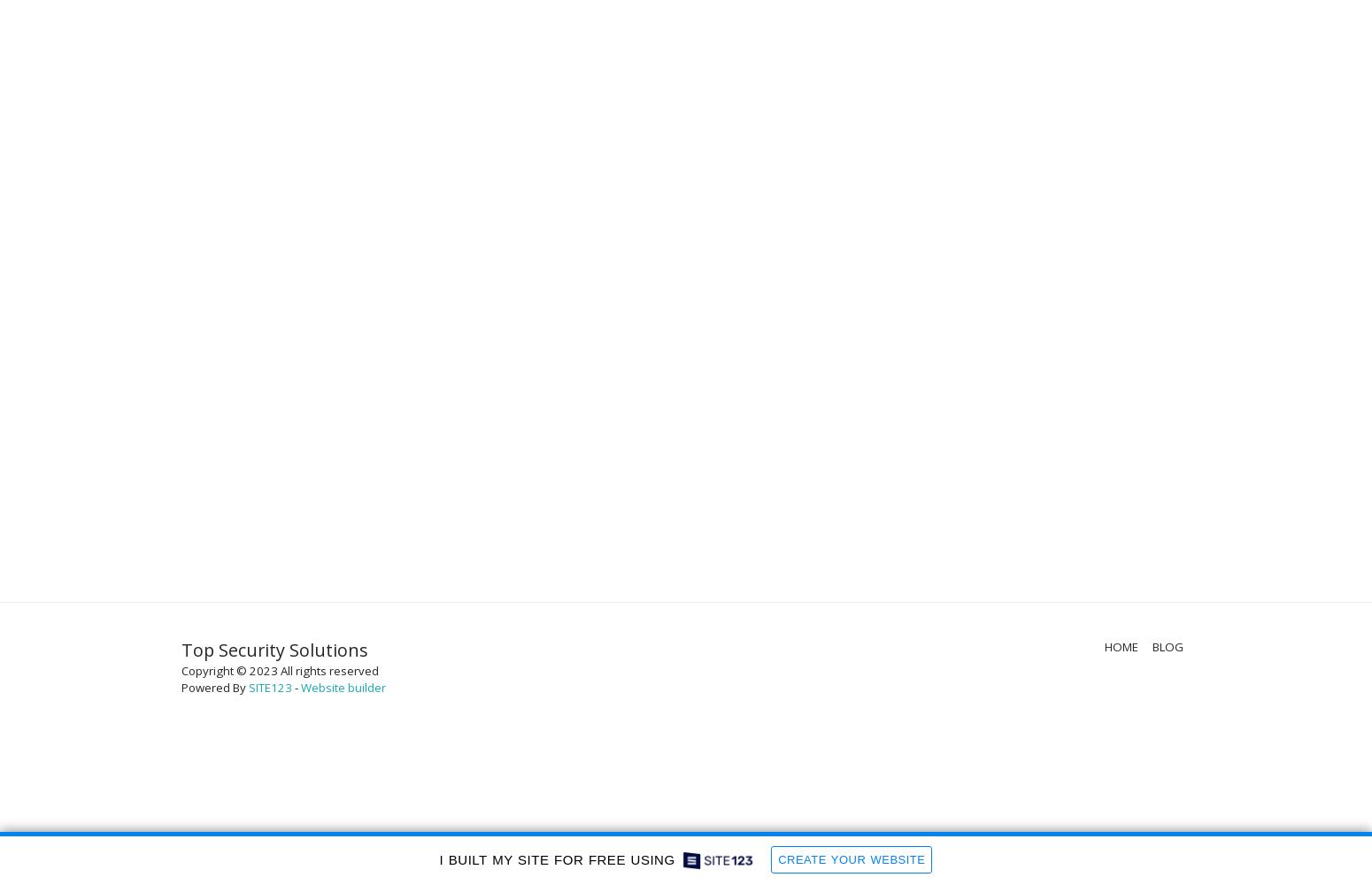 This screenshot has width=1372, height=885. What do you see at coordinates (555, 858) in the screenshot?
I see `'I BUILT MY SITE FOR FREE USING'` at bounding box center [555, 858].